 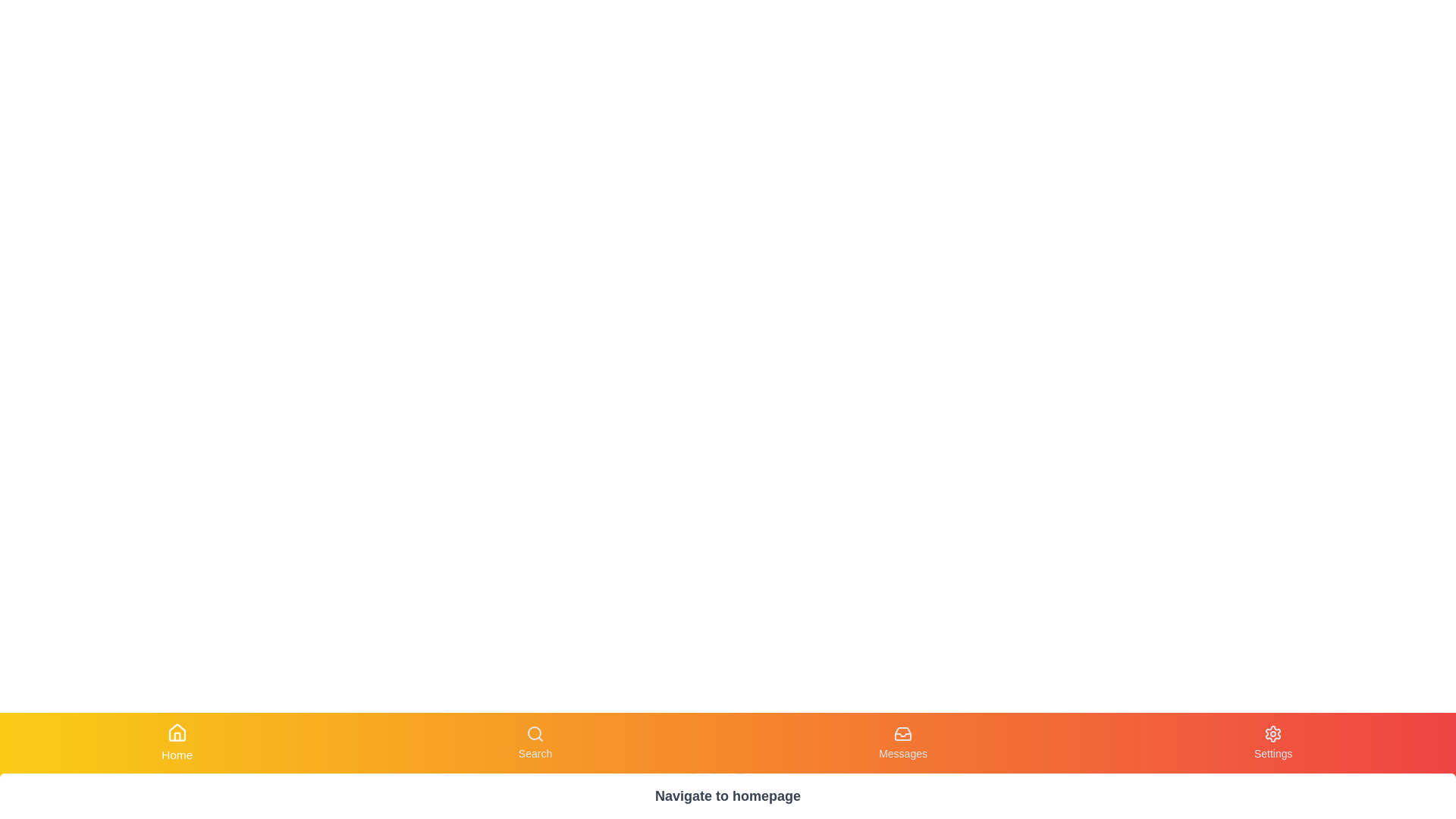 What do you see at coordinates (535, 742) in the screenshot?
I see `the Search button to observe visual changes` at bounding box center [535, 742].